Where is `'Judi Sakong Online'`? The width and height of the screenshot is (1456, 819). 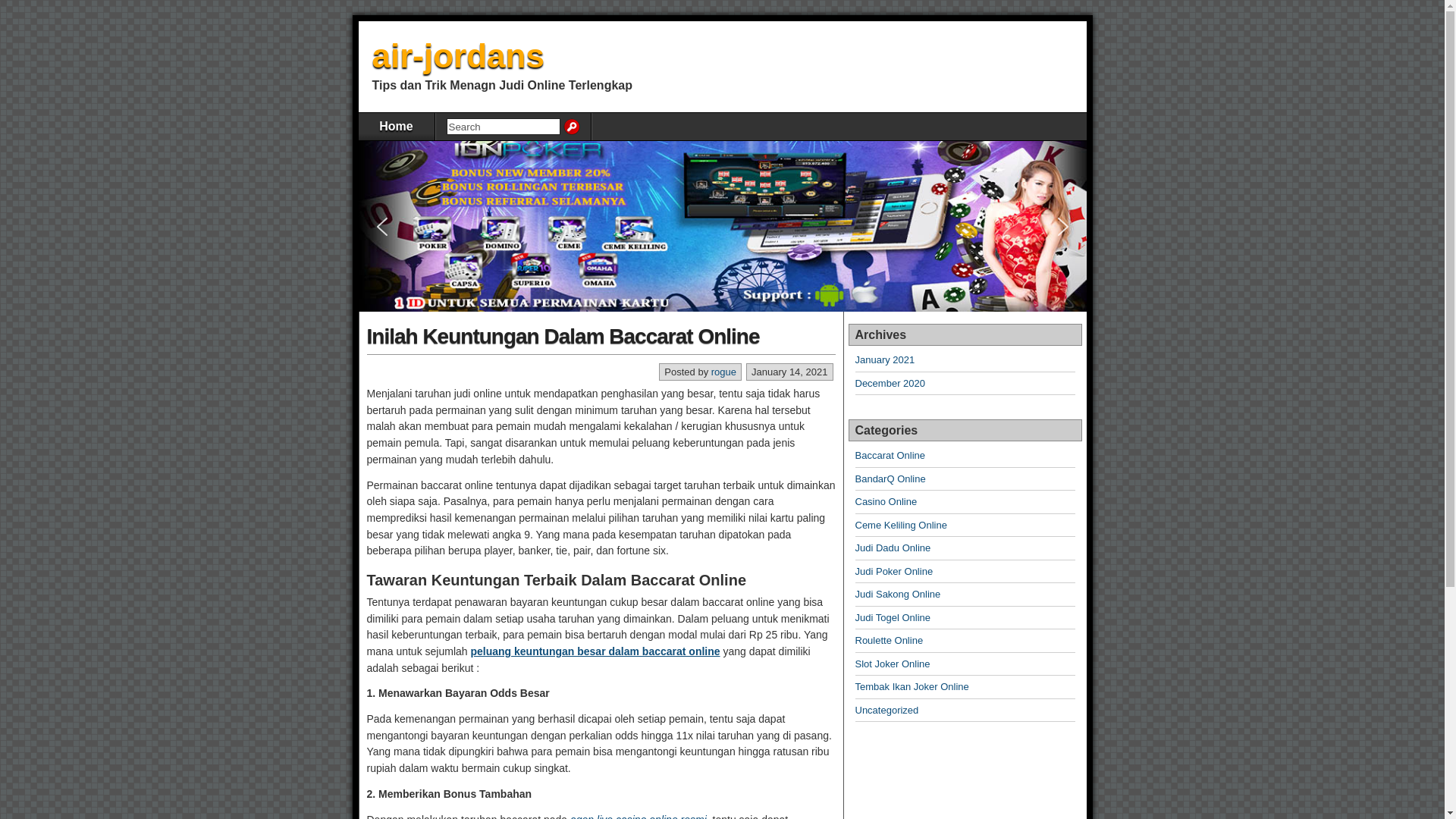
'Judi Sakong Online' is located at coordinates (898, 593).